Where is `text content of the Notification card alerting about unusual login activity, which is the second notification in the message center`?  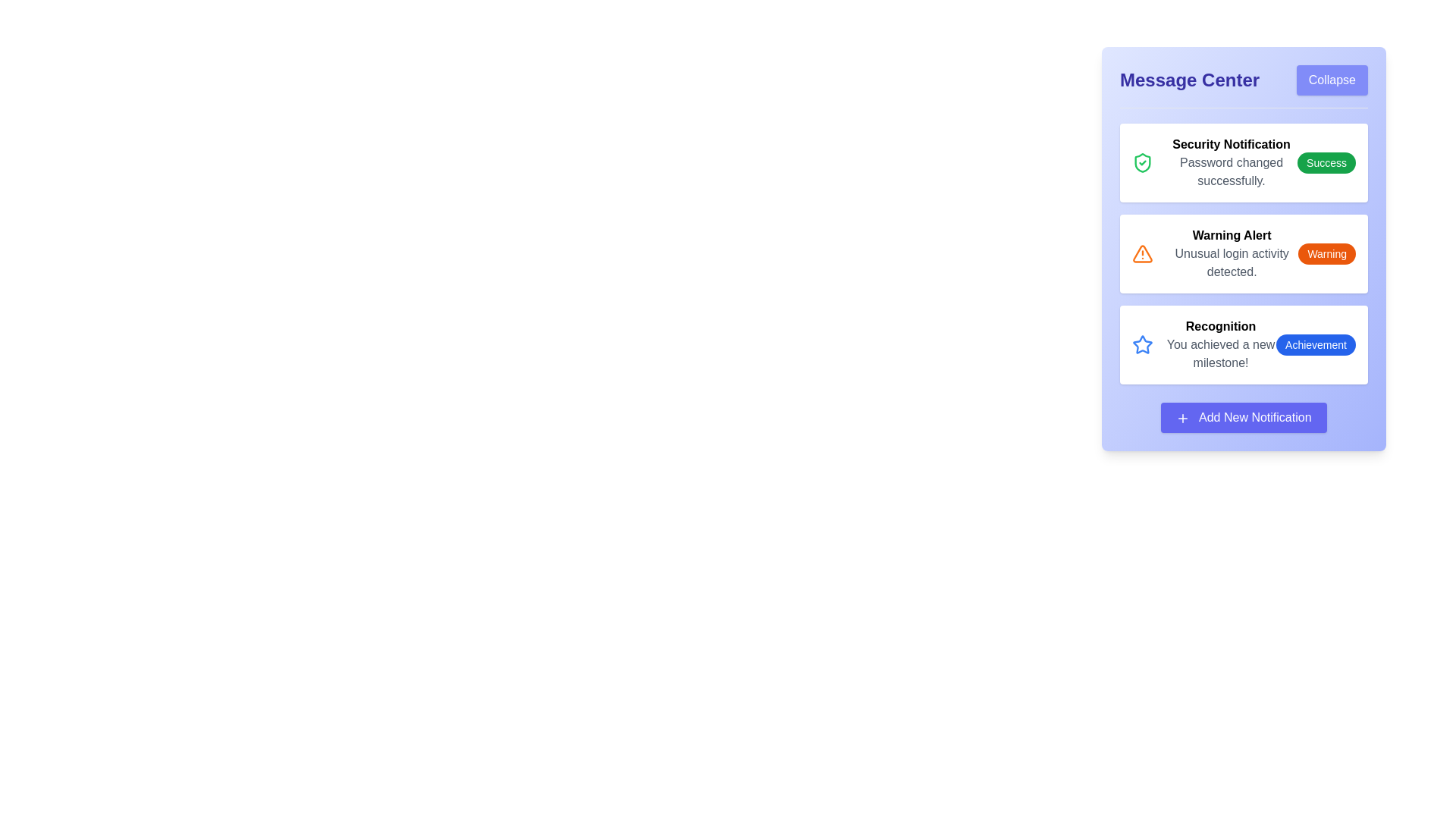 text content of the Notification card alerting about unusual login activity, which is the second notification in the message center is located at coordinates (1244, 253).